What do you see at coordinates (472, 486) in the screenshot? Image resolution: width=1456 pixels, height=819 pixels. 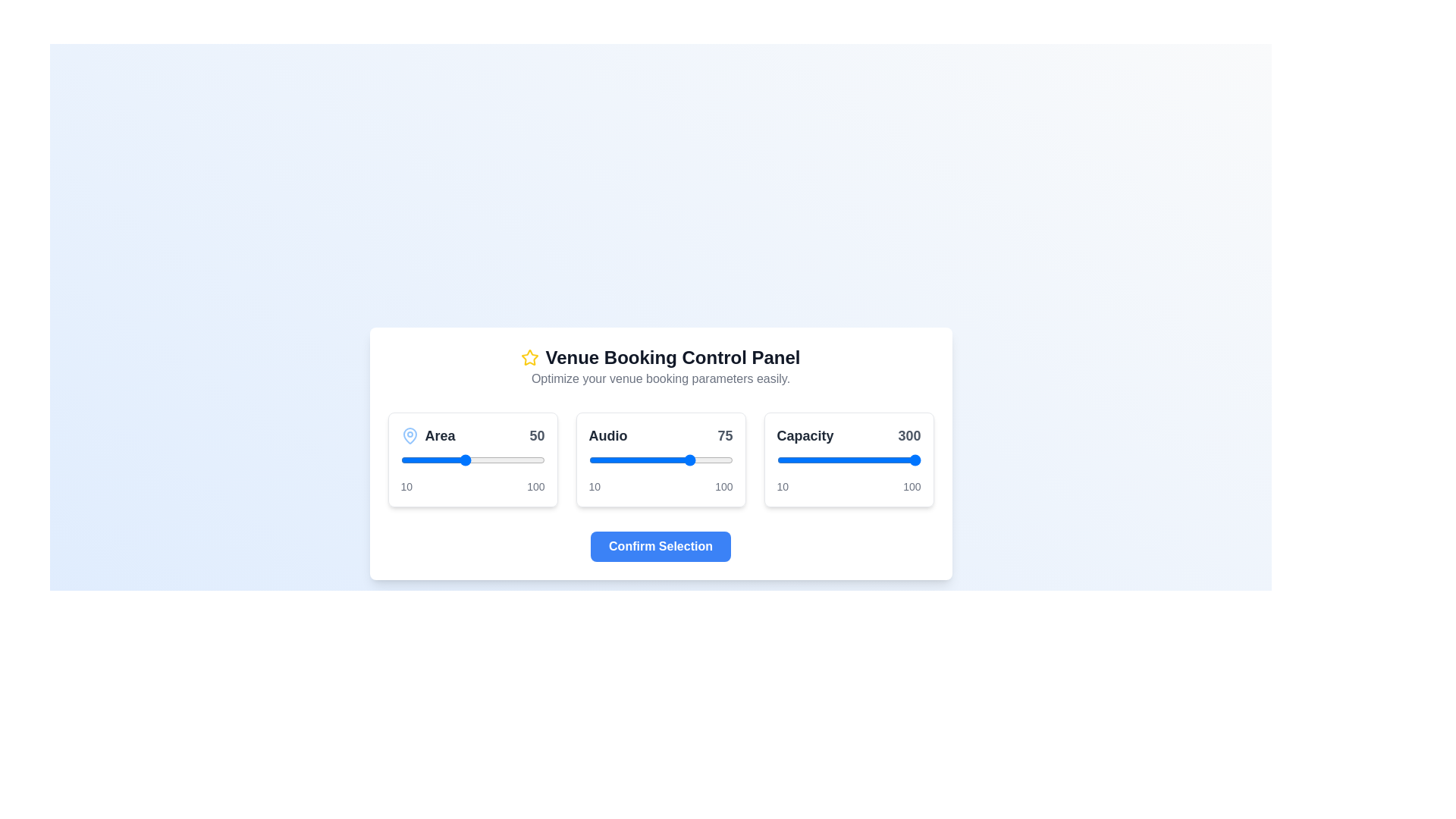 I see `the static label displaying the numerical range '10' and '100' located at the bottom of the 'Area' control panel beneath the slider` at bounding box center [472, 486].